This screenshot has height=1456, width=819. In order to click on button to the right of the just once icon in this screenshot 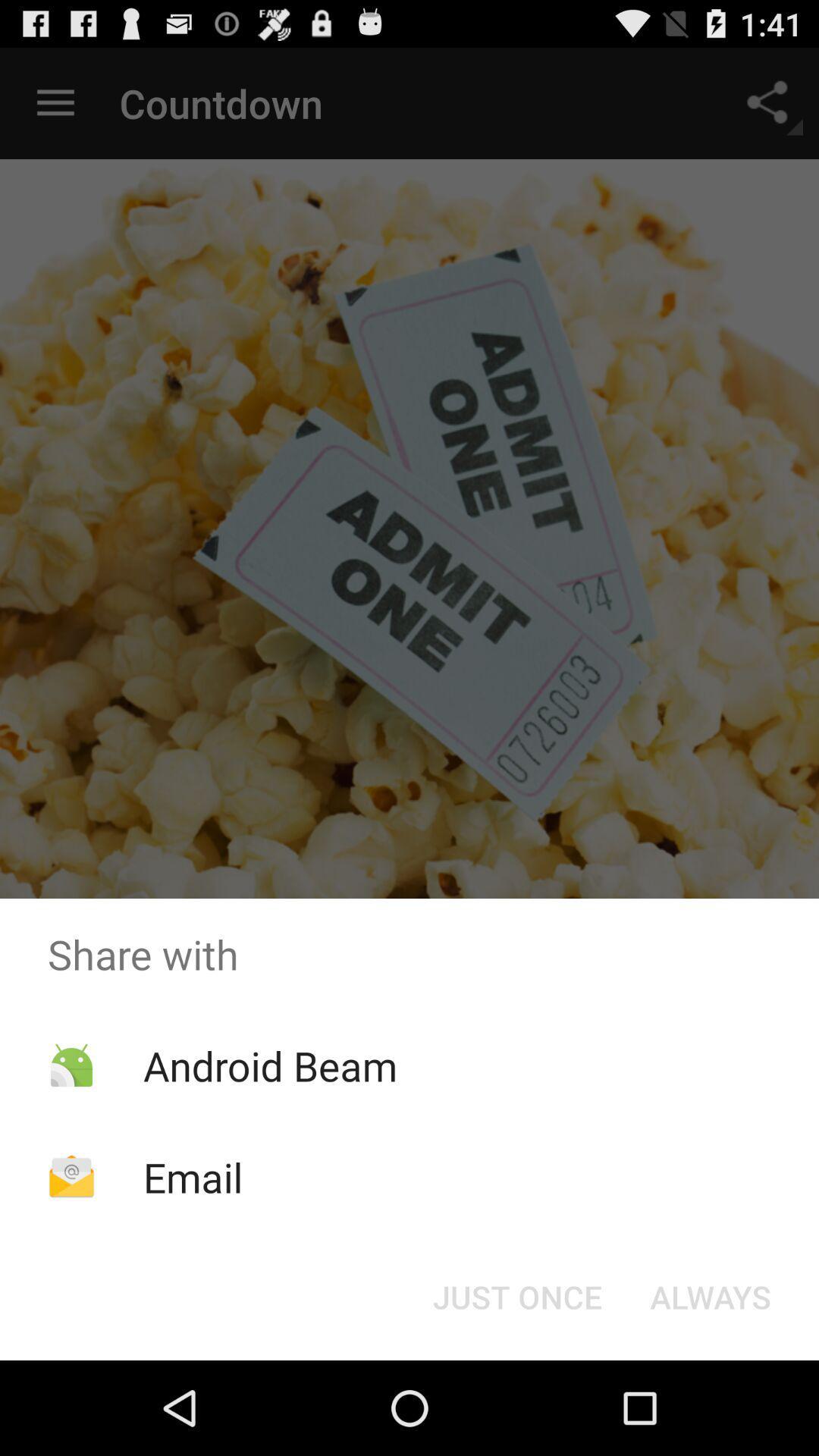, I will do `click(711, 1295)`.